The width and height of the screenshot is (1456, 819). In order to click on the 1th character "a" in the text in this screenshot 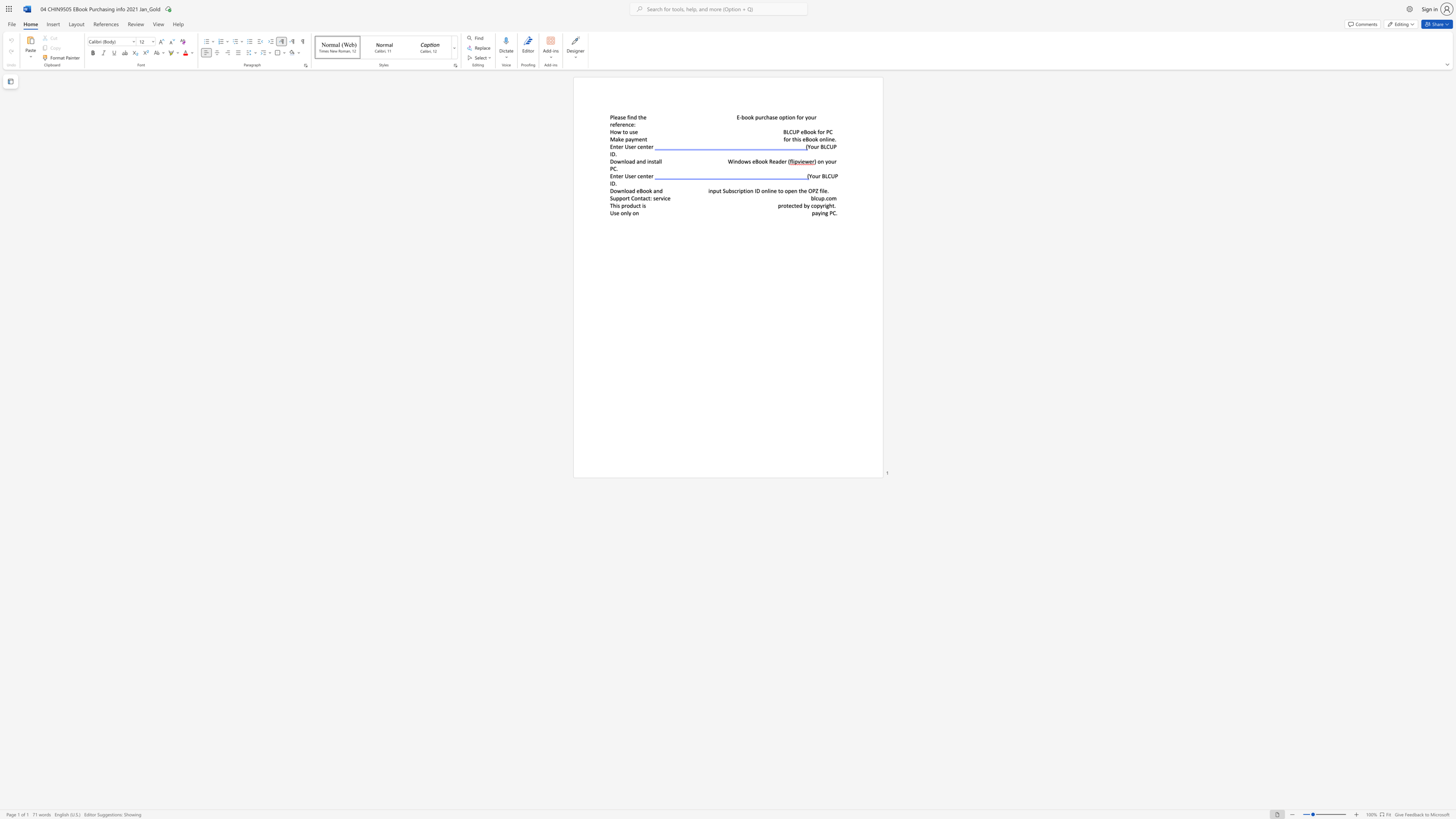, I will do `click(619, 117)`.